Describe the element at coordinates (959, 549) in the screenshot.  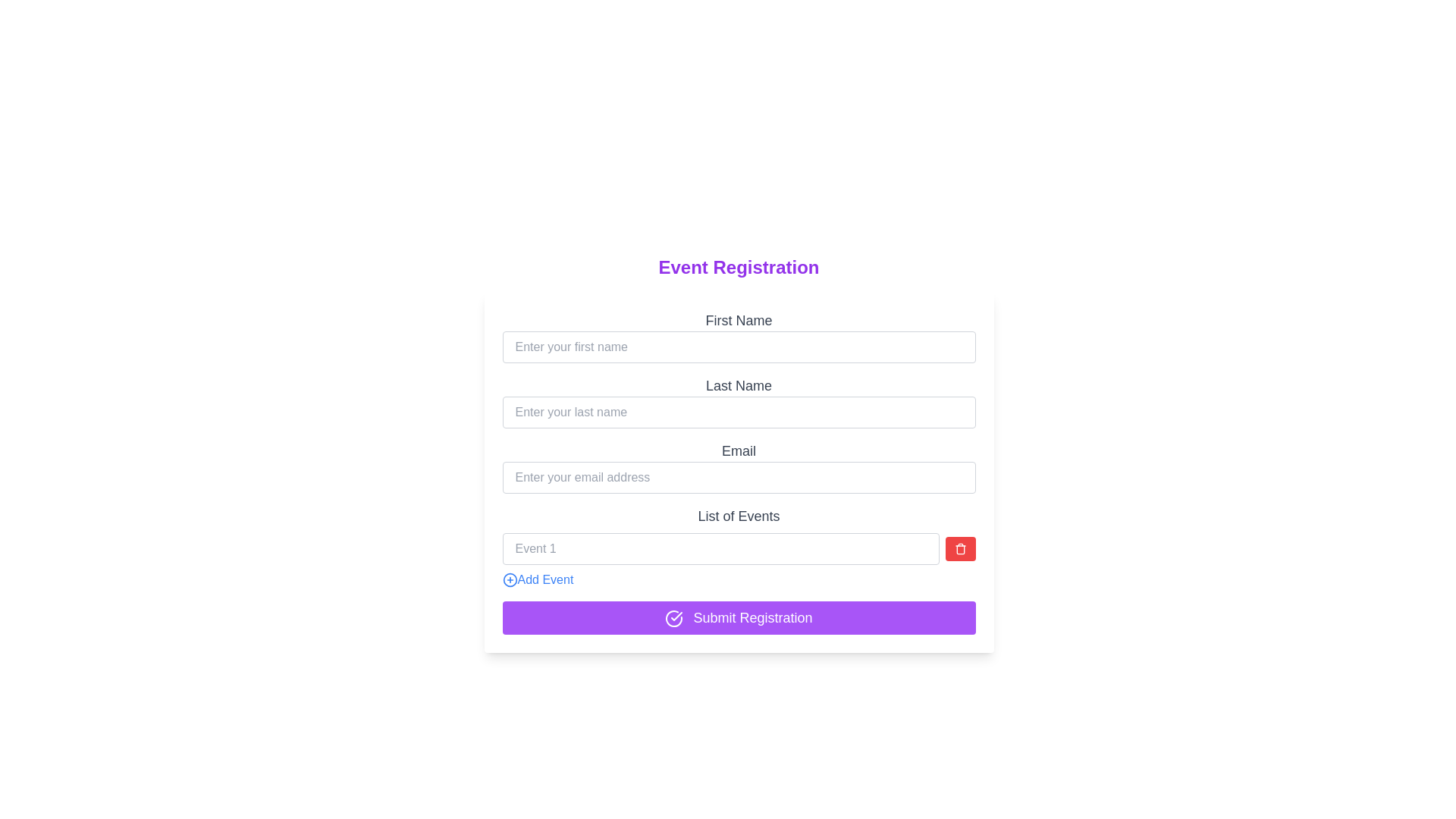
I see `the trash bin icon within the red button` at that location.